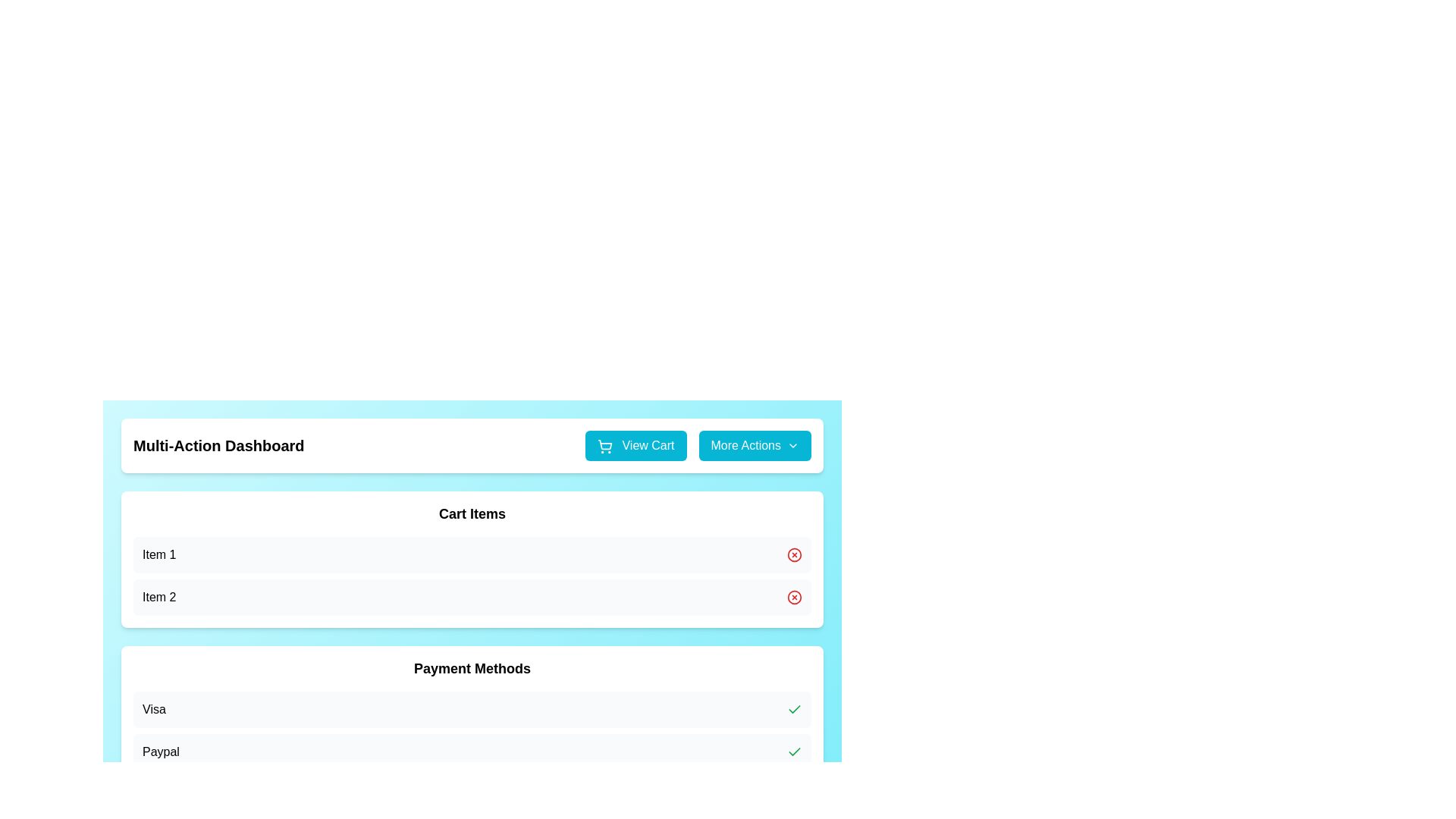 The width and height of the screenshot is (1456, 819). Describe the element at coordinates (218, 444) in the screenshot. I see `the title label that serves as the section identifier, located at the top left of the section, aligned with the interactive buttons` at that location.